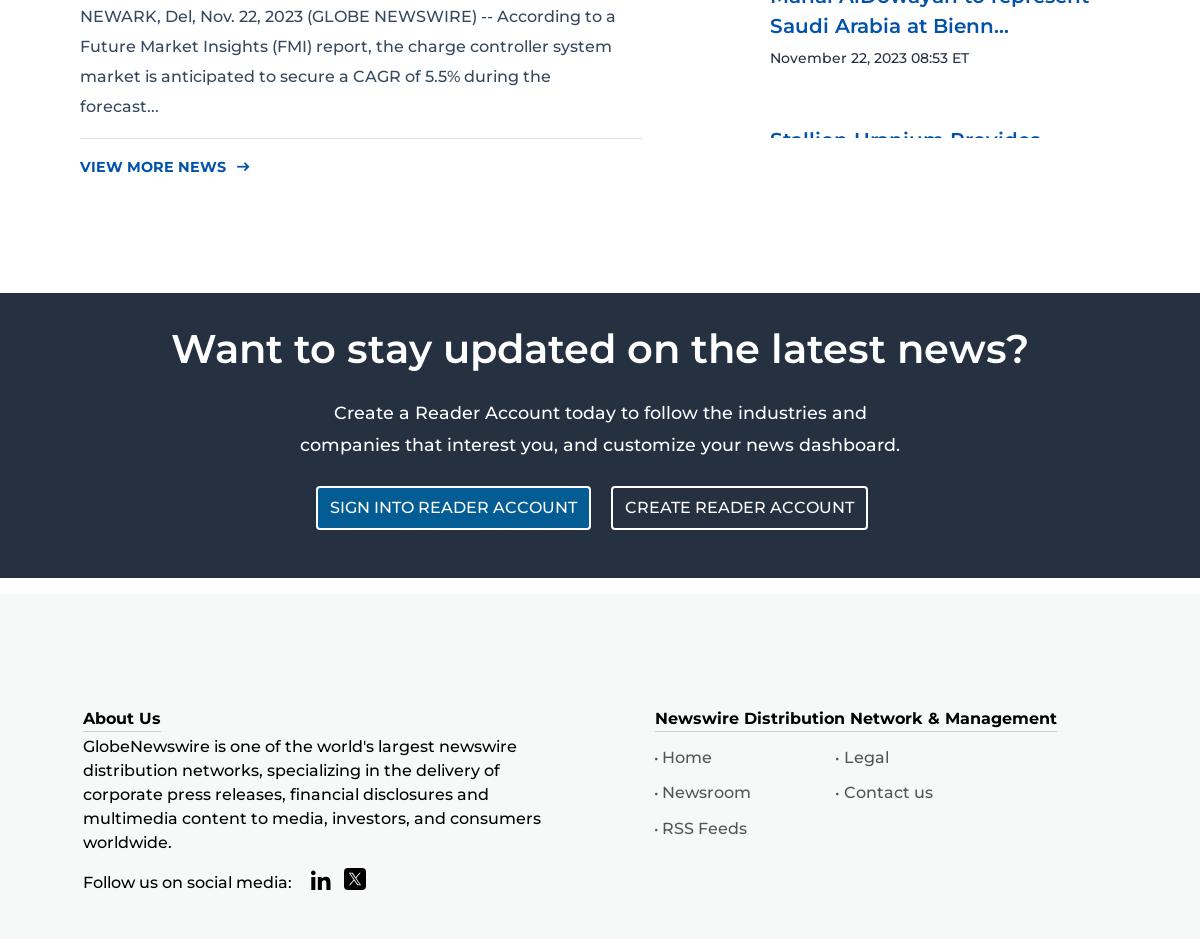 The image size is (1200, 939). I want to click on 'View More News', so click(152, 166).